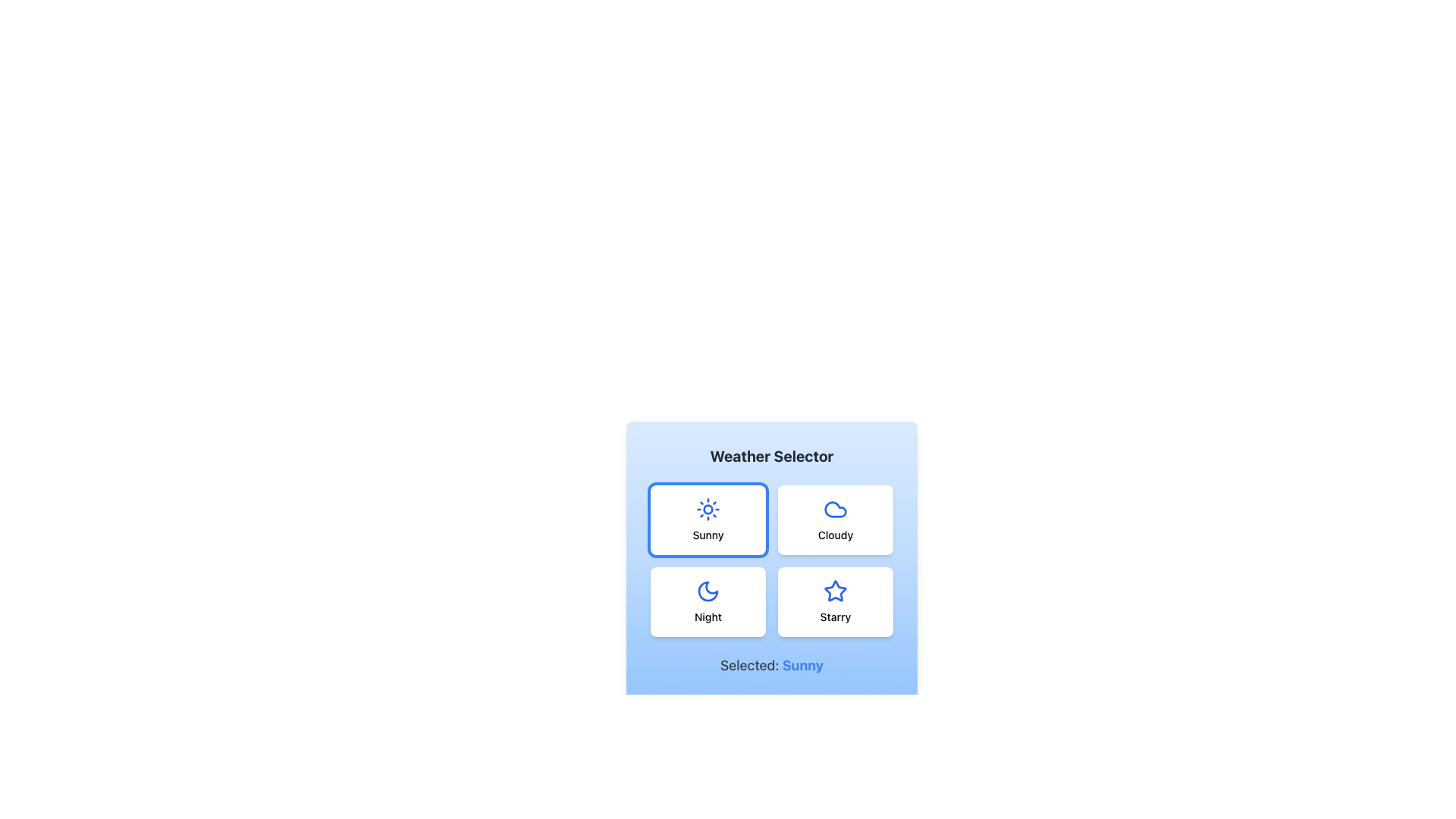 This screenshot has height=819, width=1456. What do you see at coordinates (835, 601) in the screenshot?
I see `the 'Starry' weather condition button located in the bottom-right position of the 2x2 grid` at bounding box center [835, 601].